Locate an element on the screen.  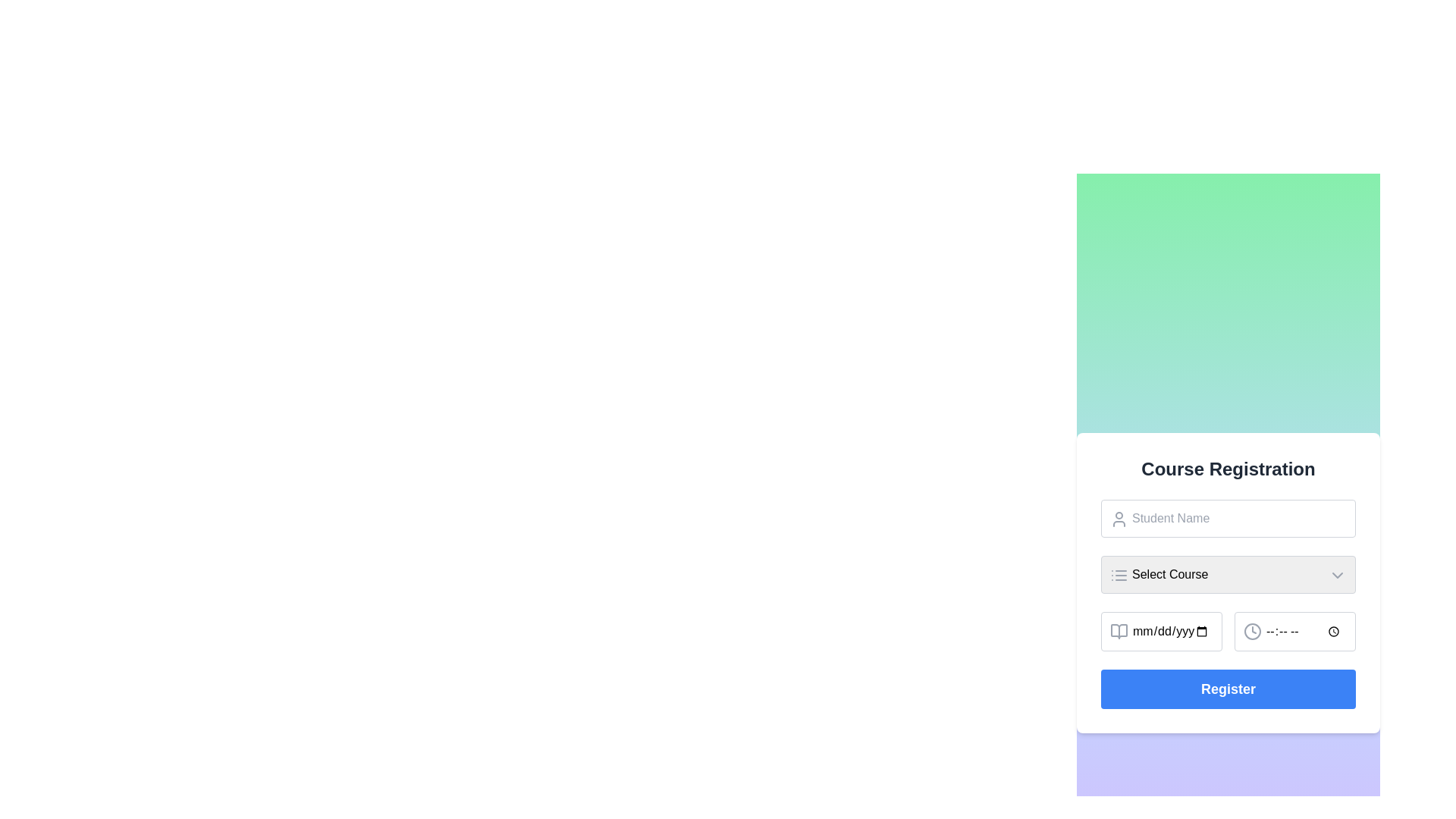
the time selection icon, which is located inside the time input field at the rightmost position of the bottom row of the form is located at coordinates (1252, 632).